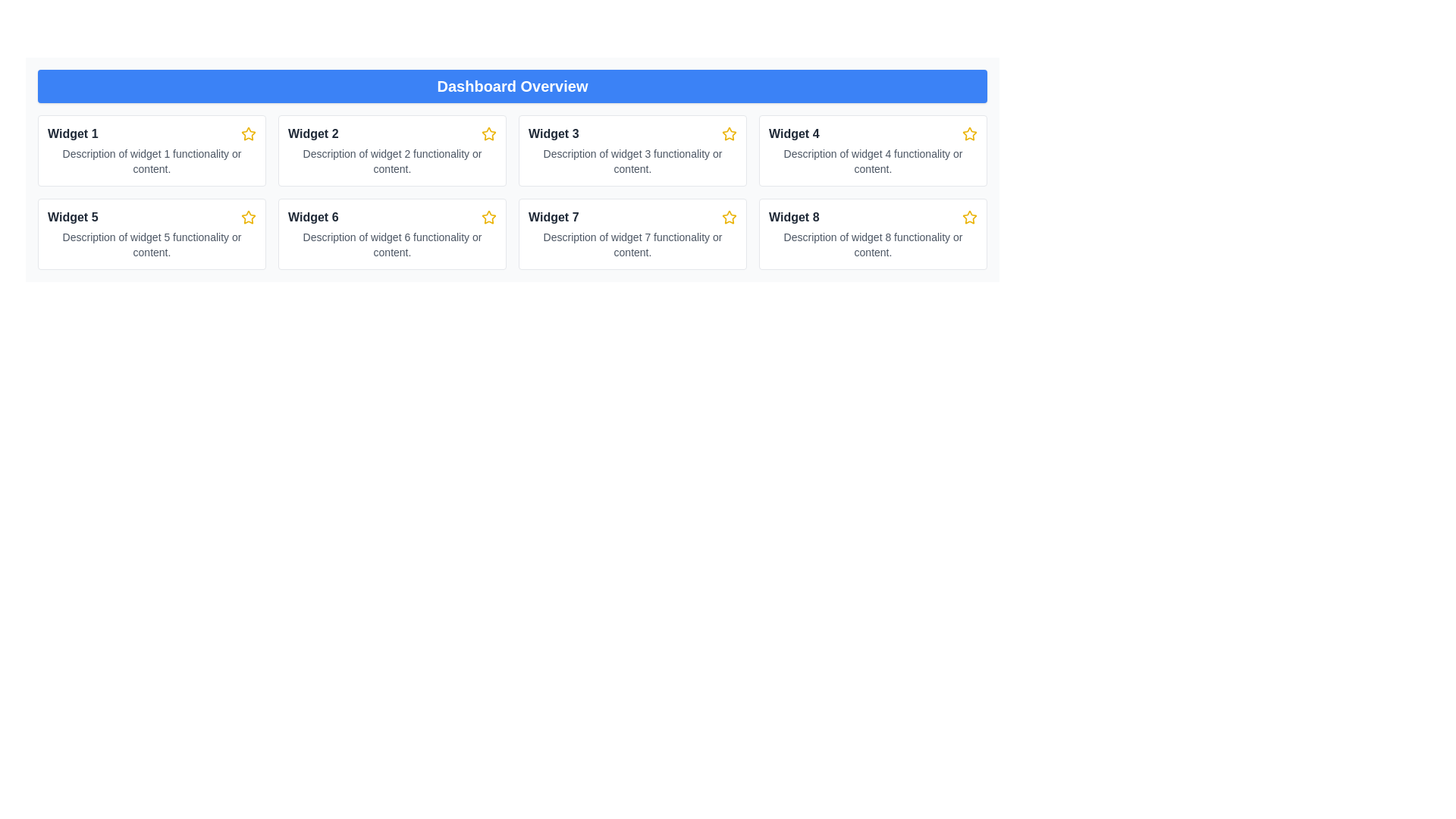 The height and width of the screenshot is (819, 1456). What do you see at coordinates (553, 133) in the screenshot?
I see `the bold black text element reading 'Widget 3' located in the top position of the third card in the first row of the grid layout` at bounding box center [553, 133].